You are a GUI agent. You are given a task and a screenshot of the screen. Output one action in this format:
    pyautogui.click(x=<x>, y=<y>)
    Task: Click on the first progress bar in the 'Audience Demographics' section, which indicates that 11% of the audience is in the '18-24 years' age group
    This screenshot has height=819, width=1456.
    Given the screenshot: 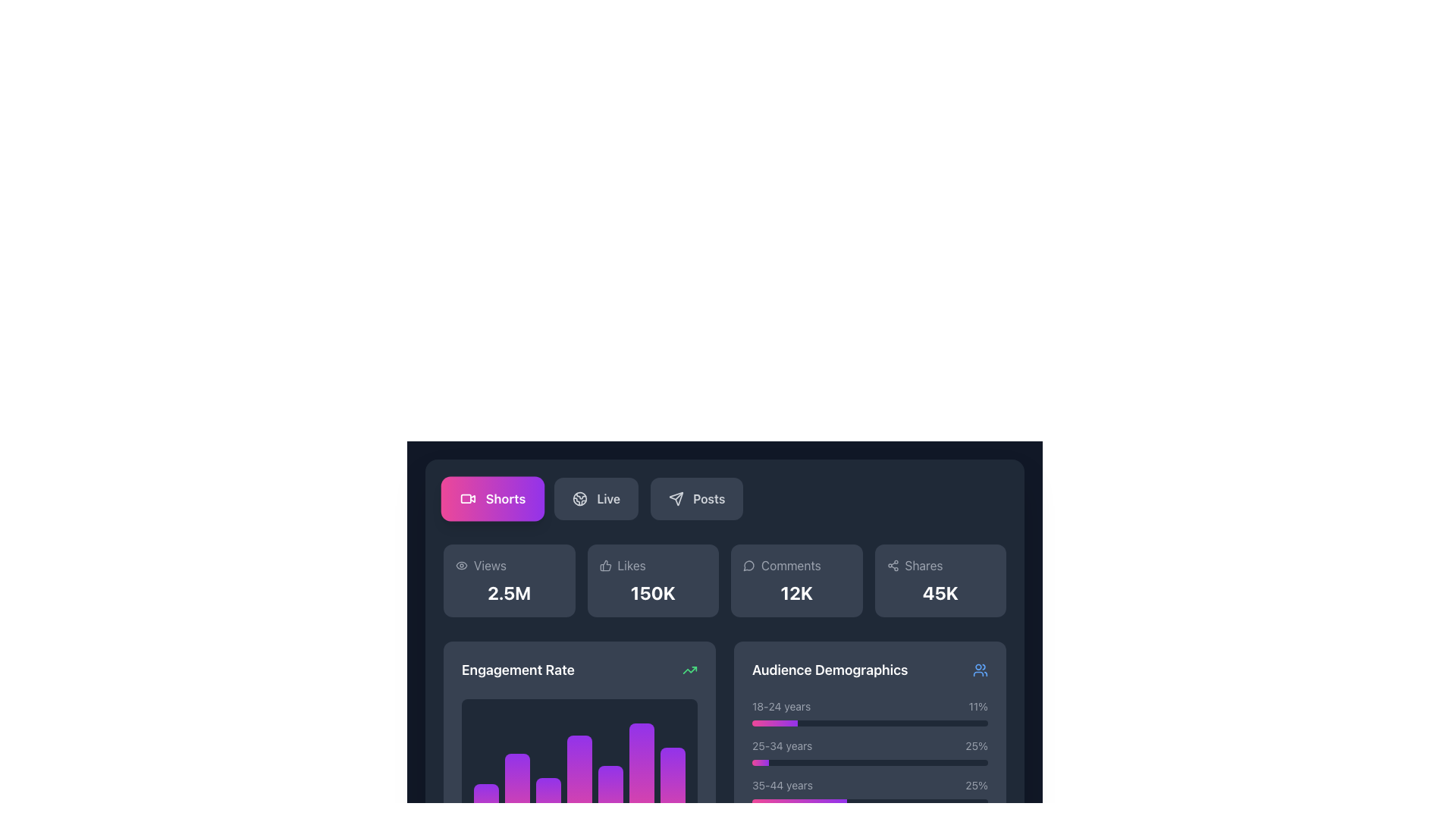 What is the action you would take?
    pyautogui.click(x=870, y=722)
    